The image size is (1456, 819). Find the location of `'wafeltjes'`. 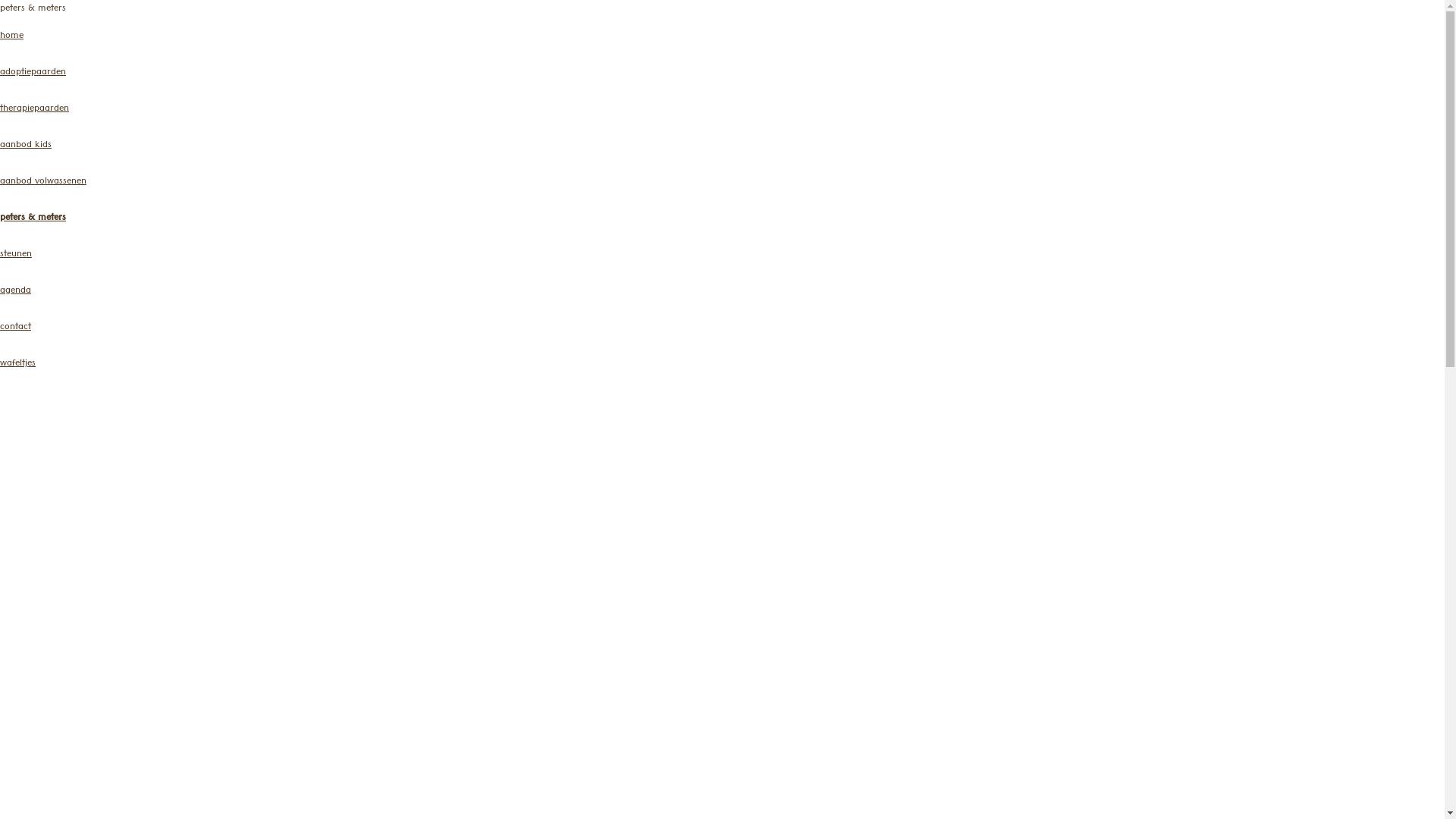

'wafeltjes' is located at coordinates (17, 364).